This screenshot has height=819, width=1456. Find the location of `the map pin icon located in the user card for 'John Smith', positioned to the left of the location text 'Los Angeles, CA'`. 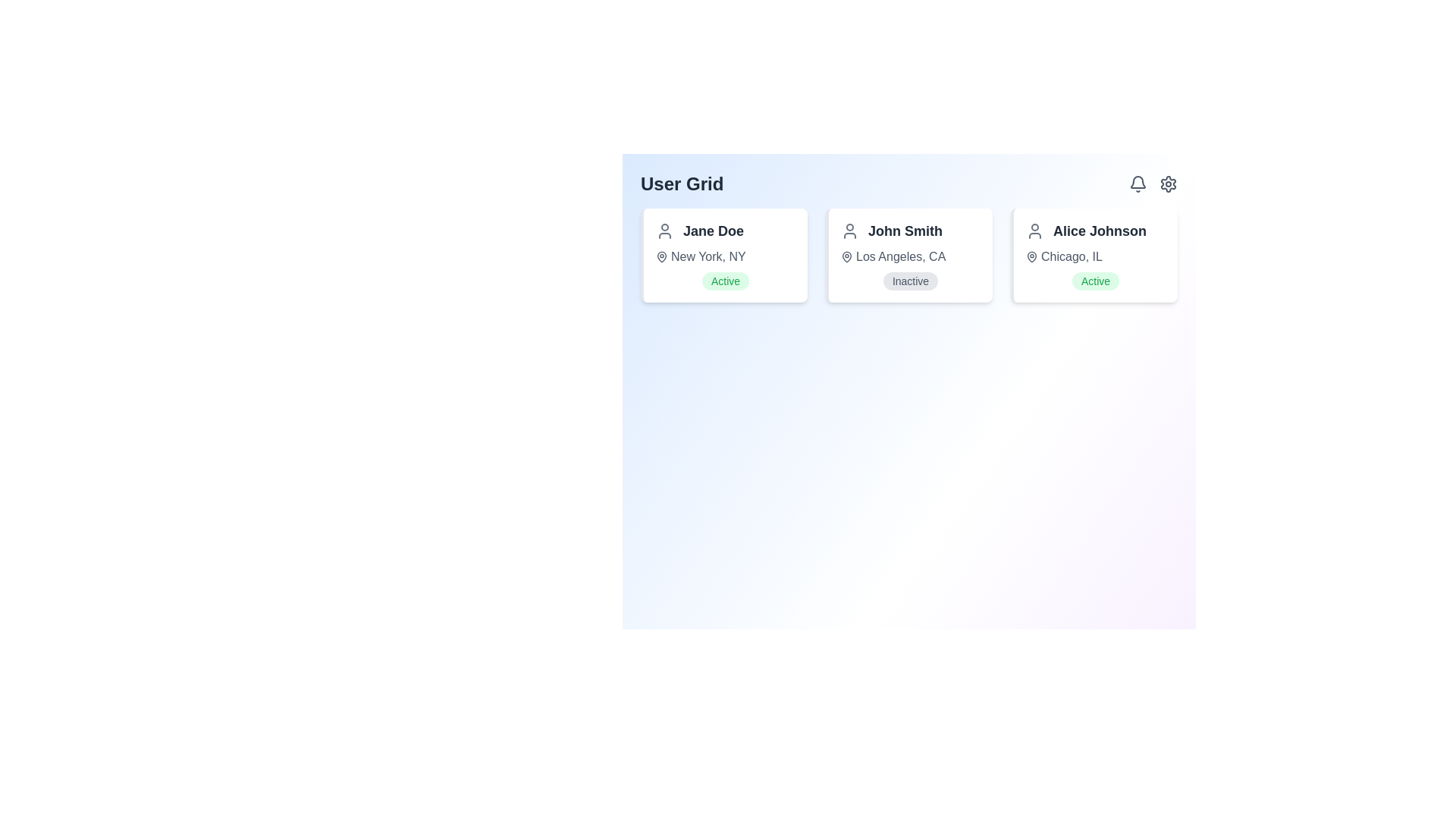

the map pin icon located in the user card for 'John Smith', positioned to the left of the location text 'Los Angeles, CA' is located at coordinates (846, 256).